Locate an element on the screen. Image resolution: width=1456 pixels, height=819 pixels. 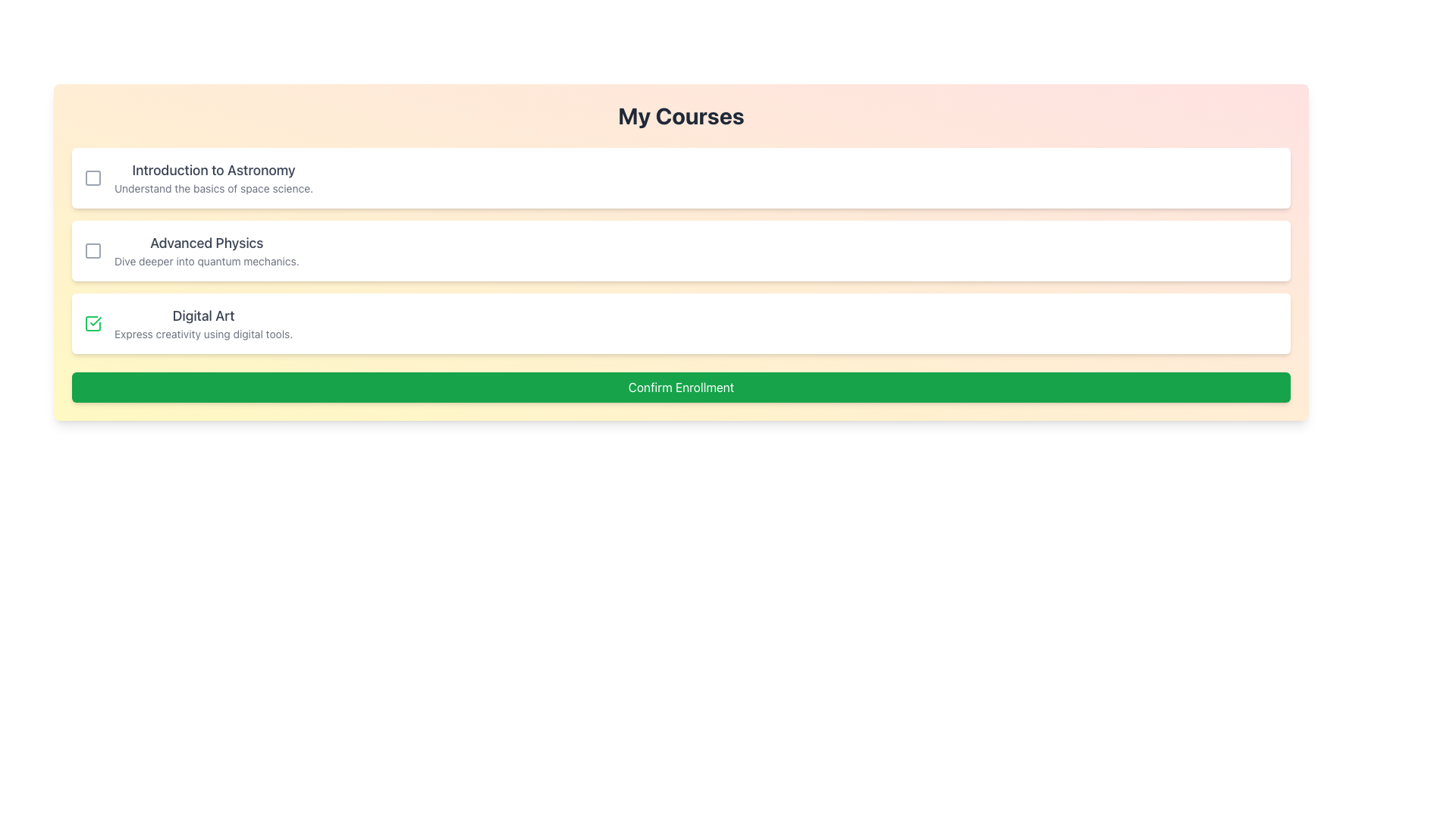
the selectable list item for the 'Advanced Physics' course, which is the second item in the list is located at coordinates (680, 250).